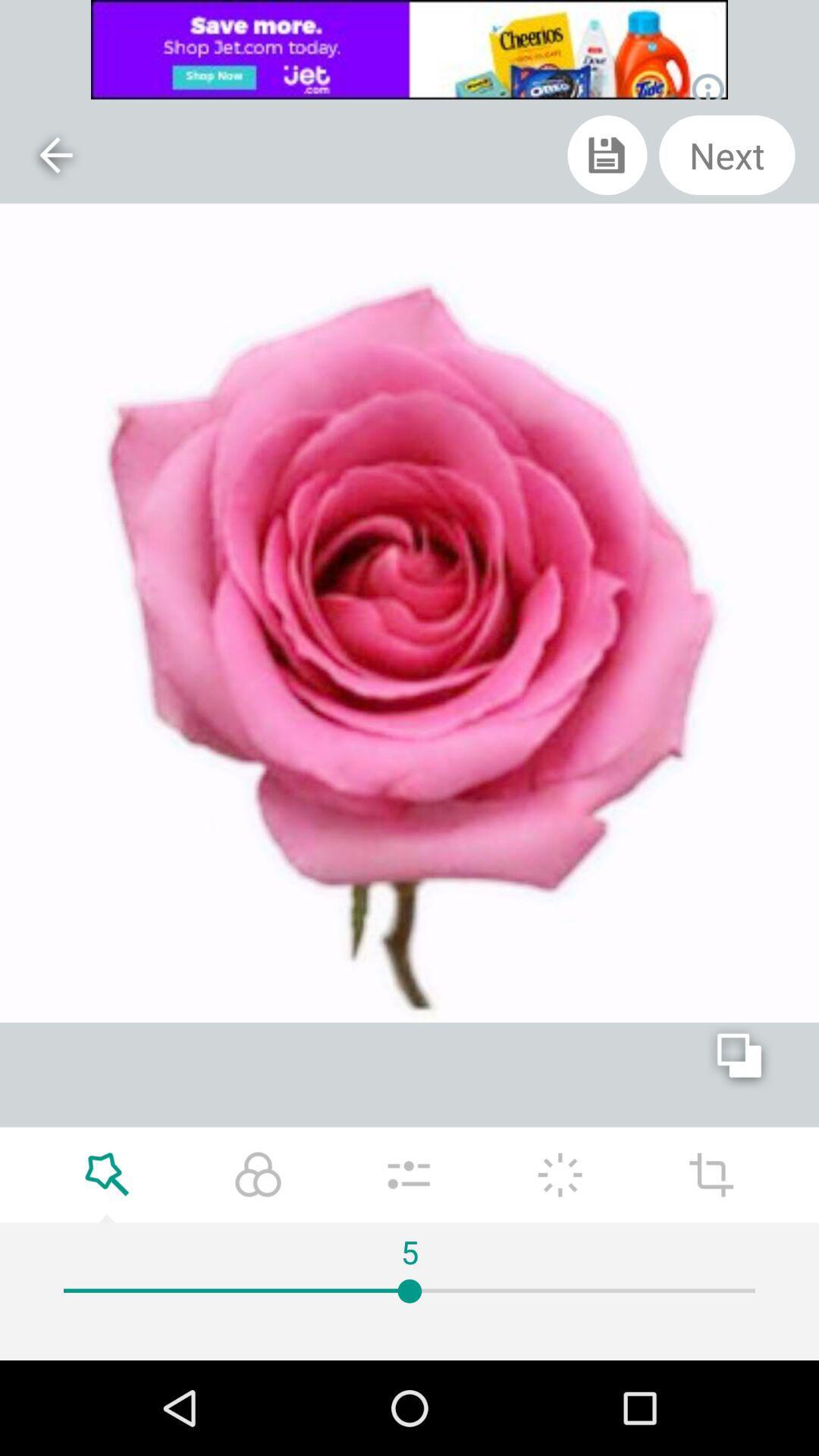 The image size is (819, 1456). I want to click on edit image, so click(560, 1174).